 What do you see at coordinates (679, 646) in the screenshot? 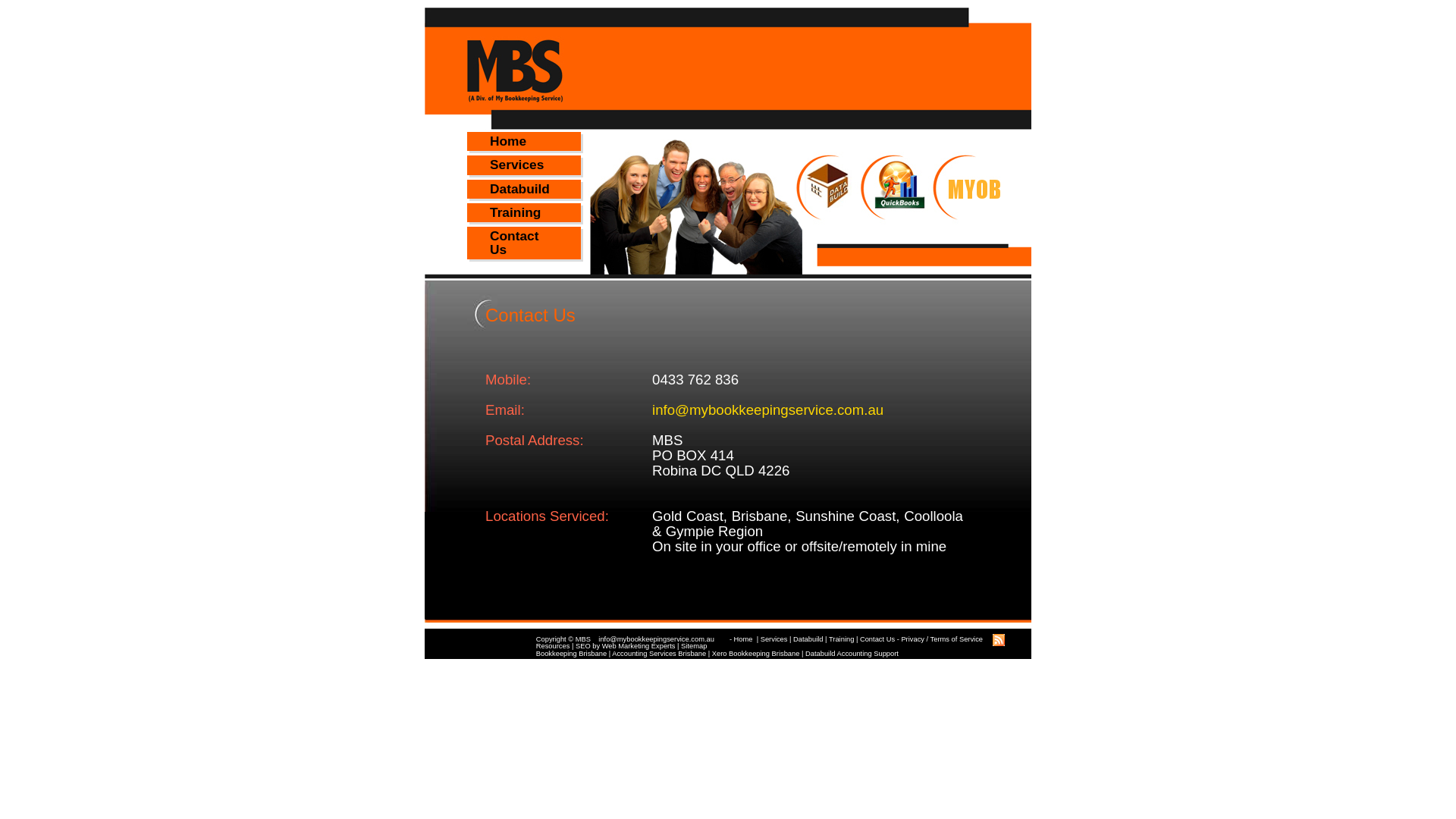
I see `'Sitemap'` at bounding box center [679, 646].